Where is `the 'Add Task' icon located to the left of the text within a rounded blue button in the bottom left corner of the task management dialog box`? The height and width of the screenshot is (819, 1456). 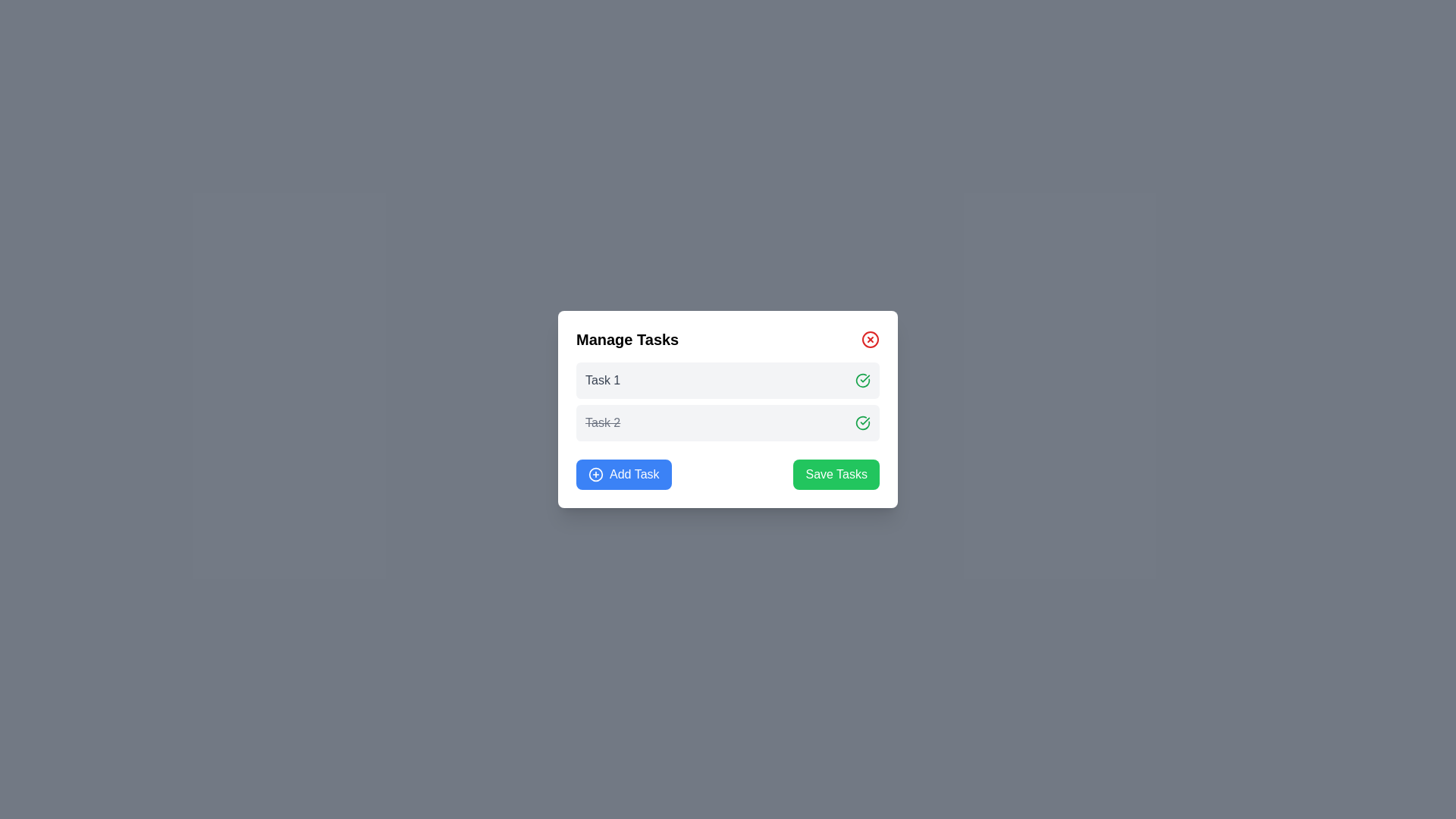 the 'Add Task' icon located to the left of the text within a rounded blue button in the bottom left corner of the task management dialog box is located at coordinates (595, 473).